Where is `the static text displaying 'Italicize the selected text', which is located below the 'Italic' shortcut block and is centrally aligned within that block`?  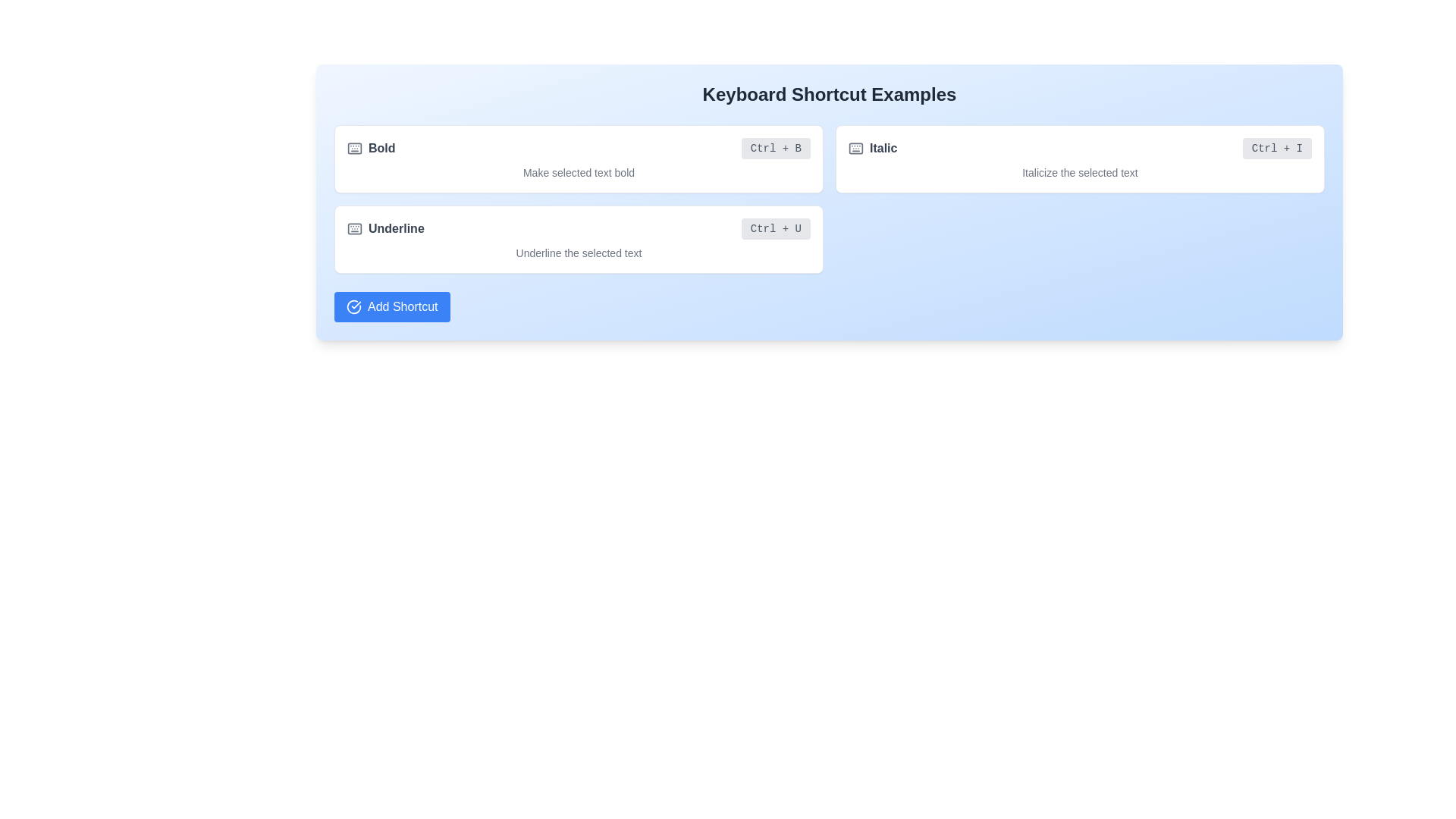 the static text displaying 'Italicize the selected text', which is located below the 'Italic' shortcut block and is centrally aligned within that block is located at coordinates (1079, 171).